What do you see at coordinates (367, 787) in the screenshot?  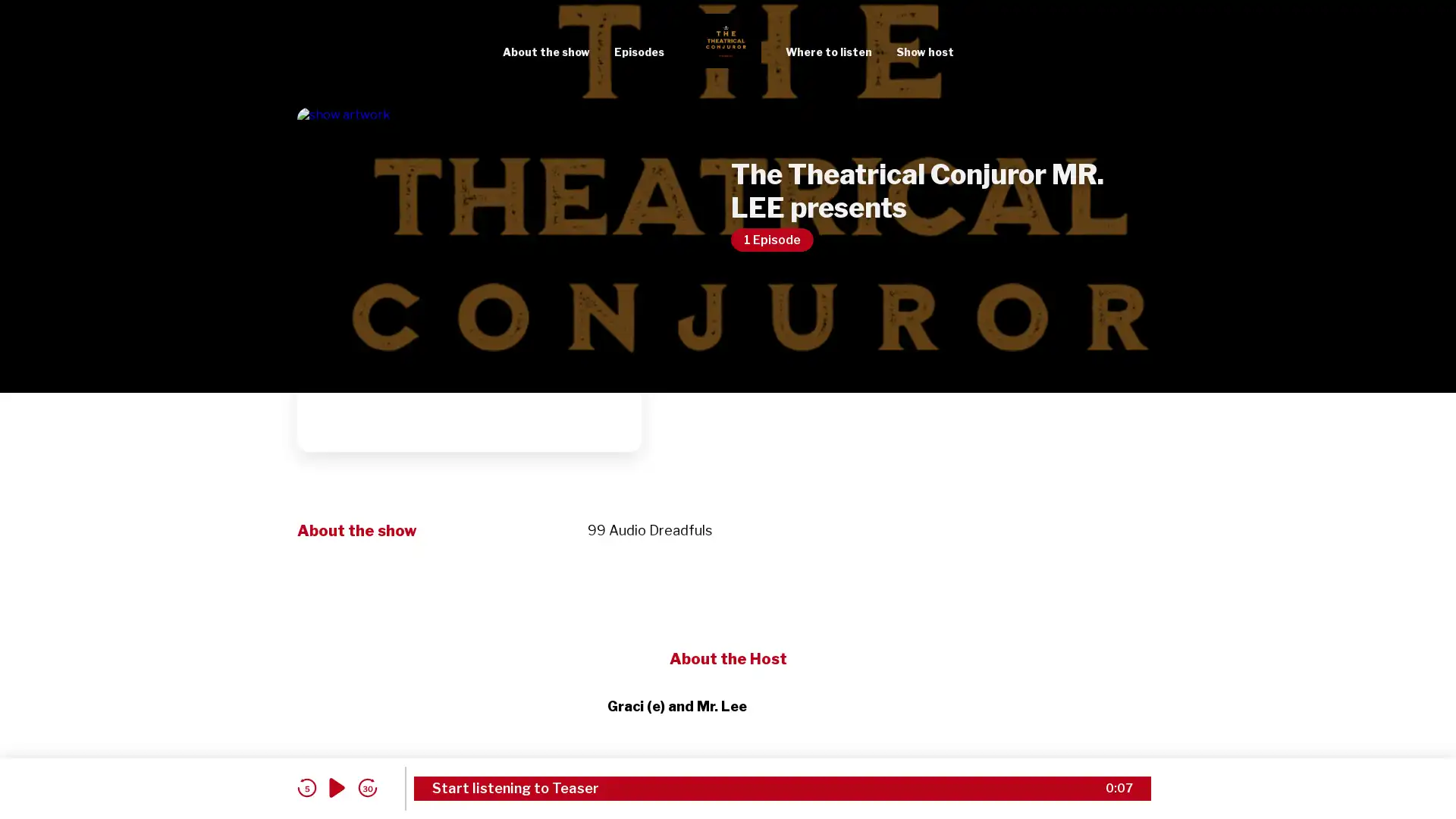 I see `skip forward 30 seconds` at bounding box center [367, 787].